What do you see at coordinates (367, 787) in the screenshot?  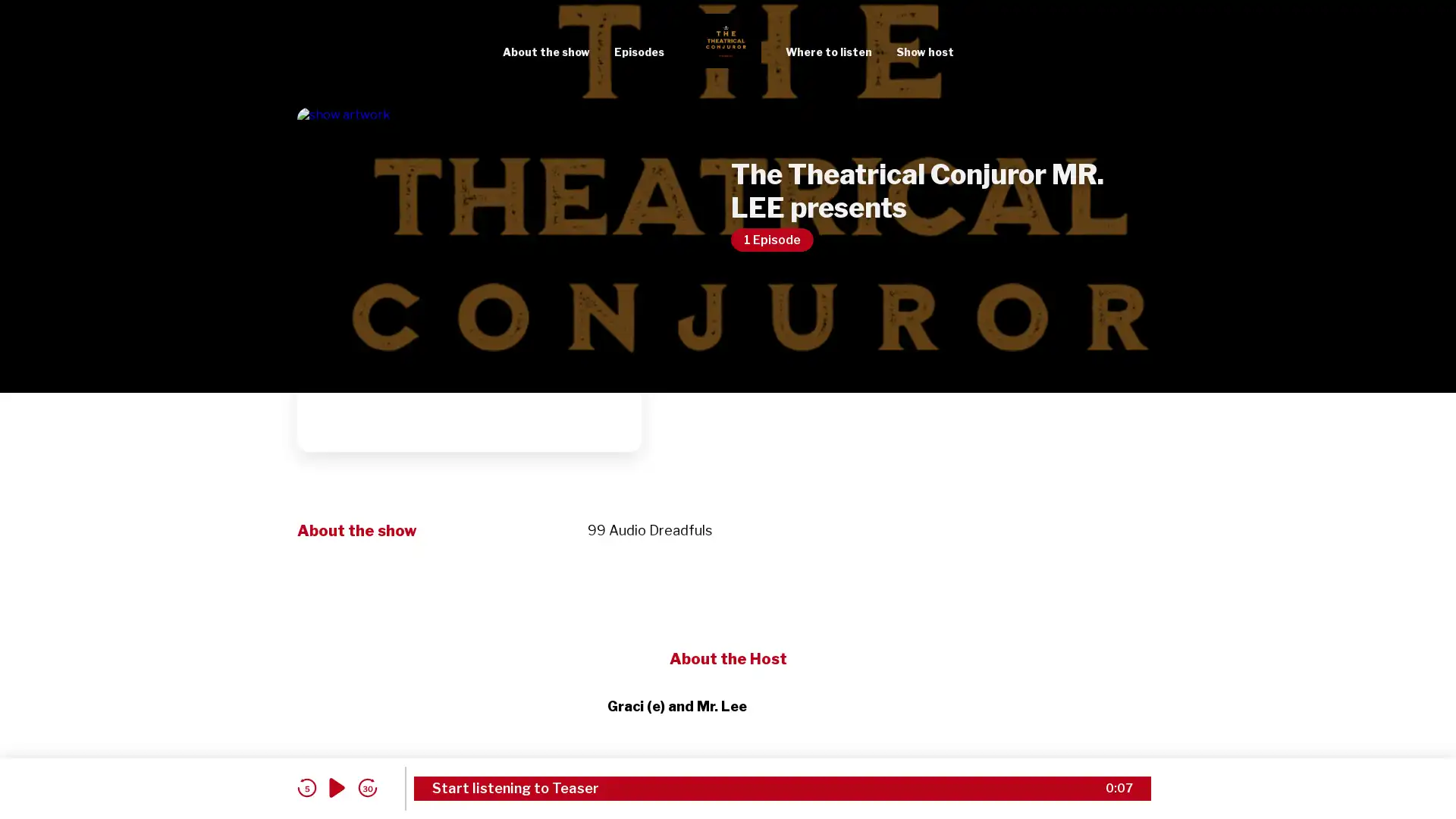 I see `skip forward 30 seconds` at bounding box center [367, 787].